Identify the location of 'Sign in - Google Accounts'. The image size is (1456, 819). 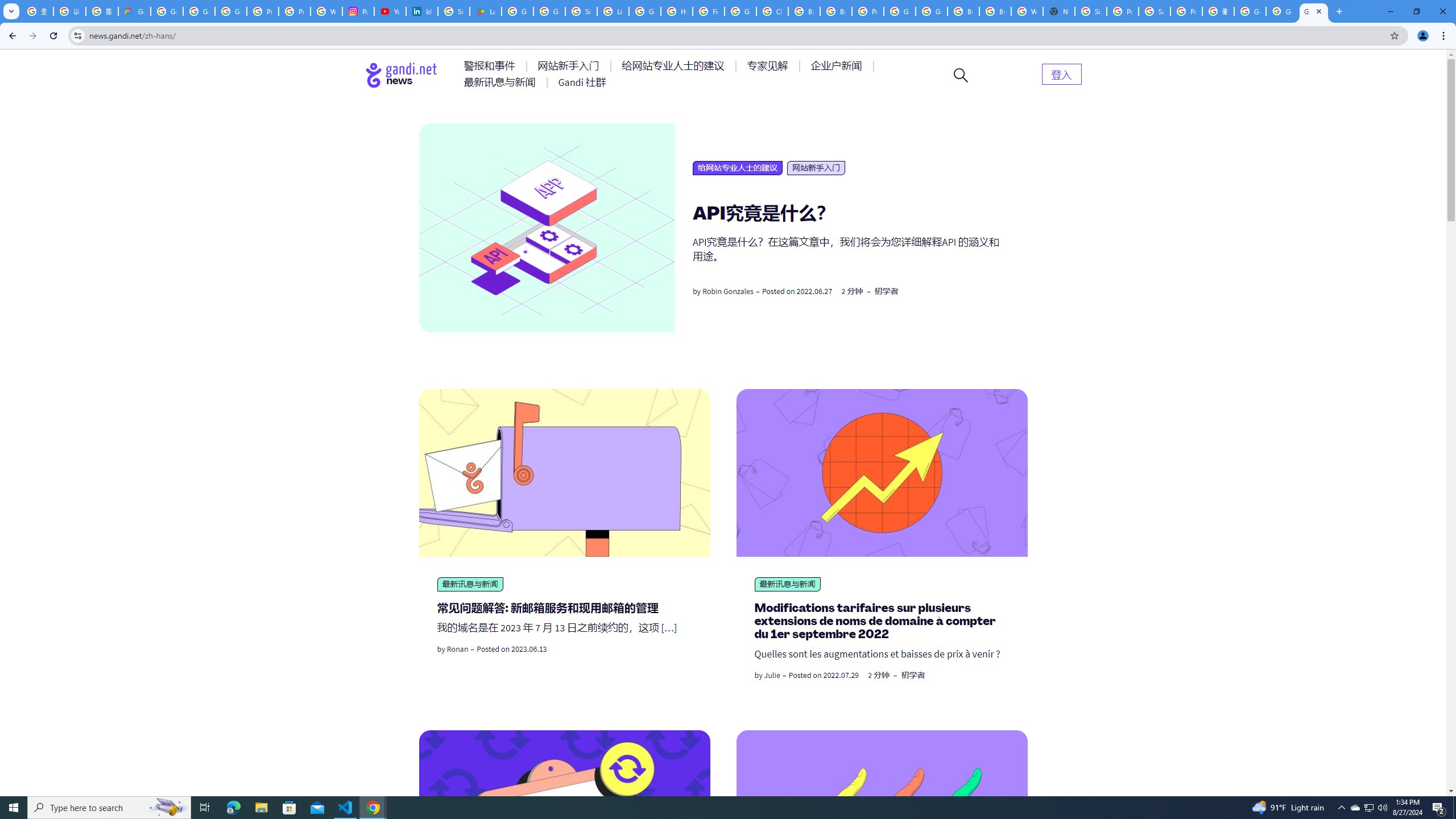
(453, 11).